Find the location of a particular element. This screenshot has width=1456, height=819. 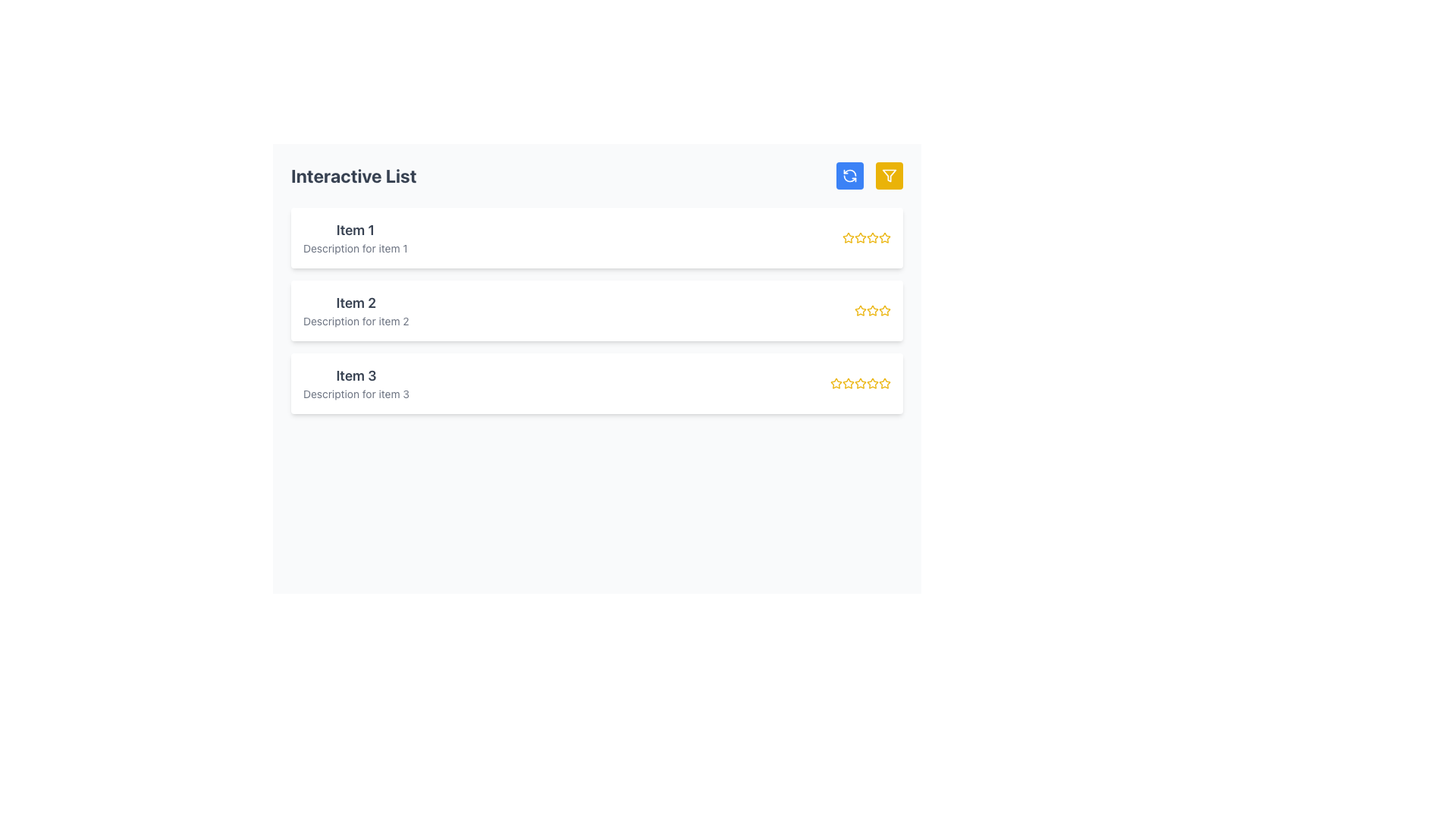

the first yellow star icon in the 5-star rating system to rate 'Item 1' is located at coordinates (860, 237).